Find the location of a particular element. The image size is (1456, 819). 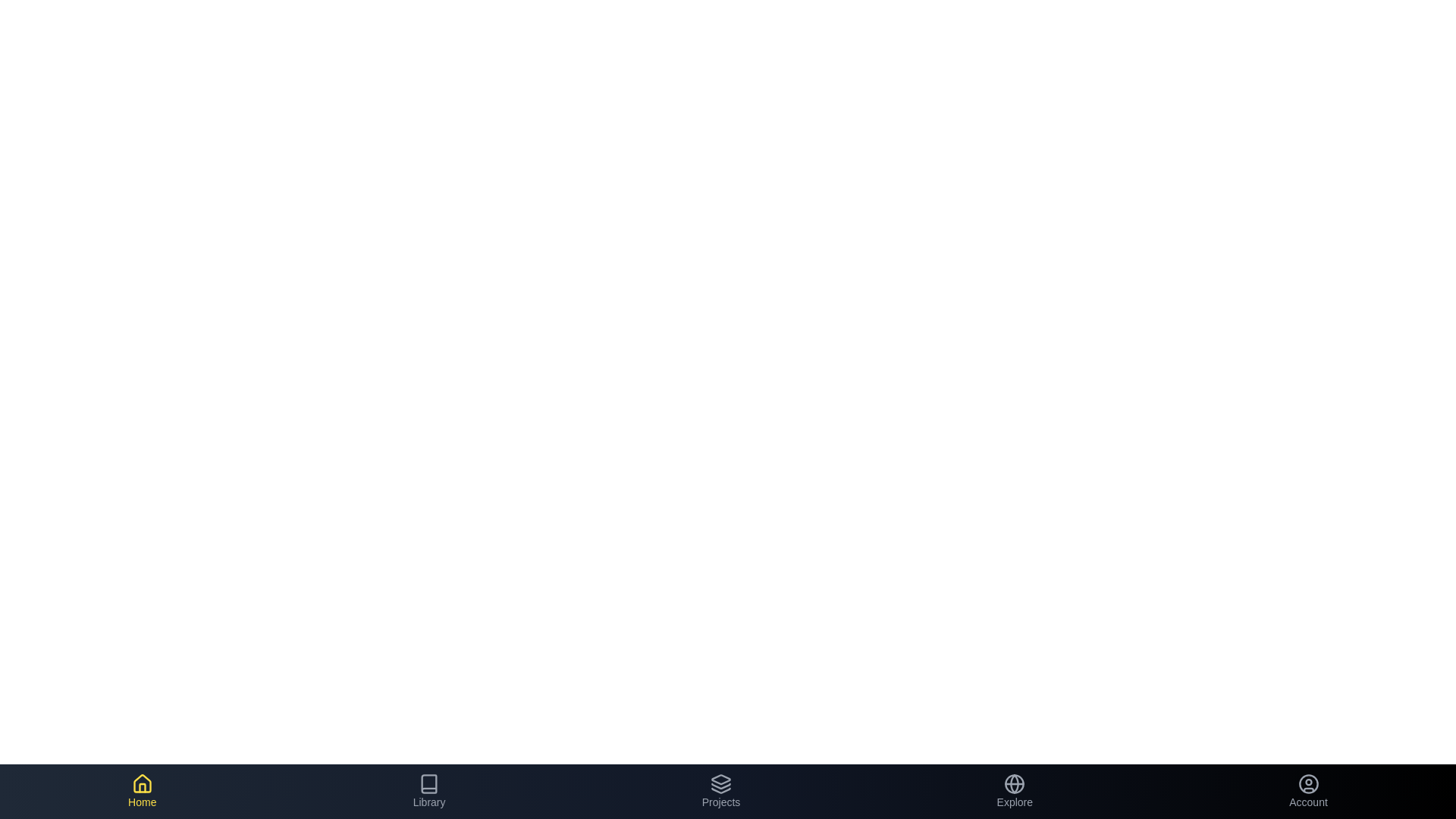

the Library tab to see the hover effect is located at coordinates (428, 791).